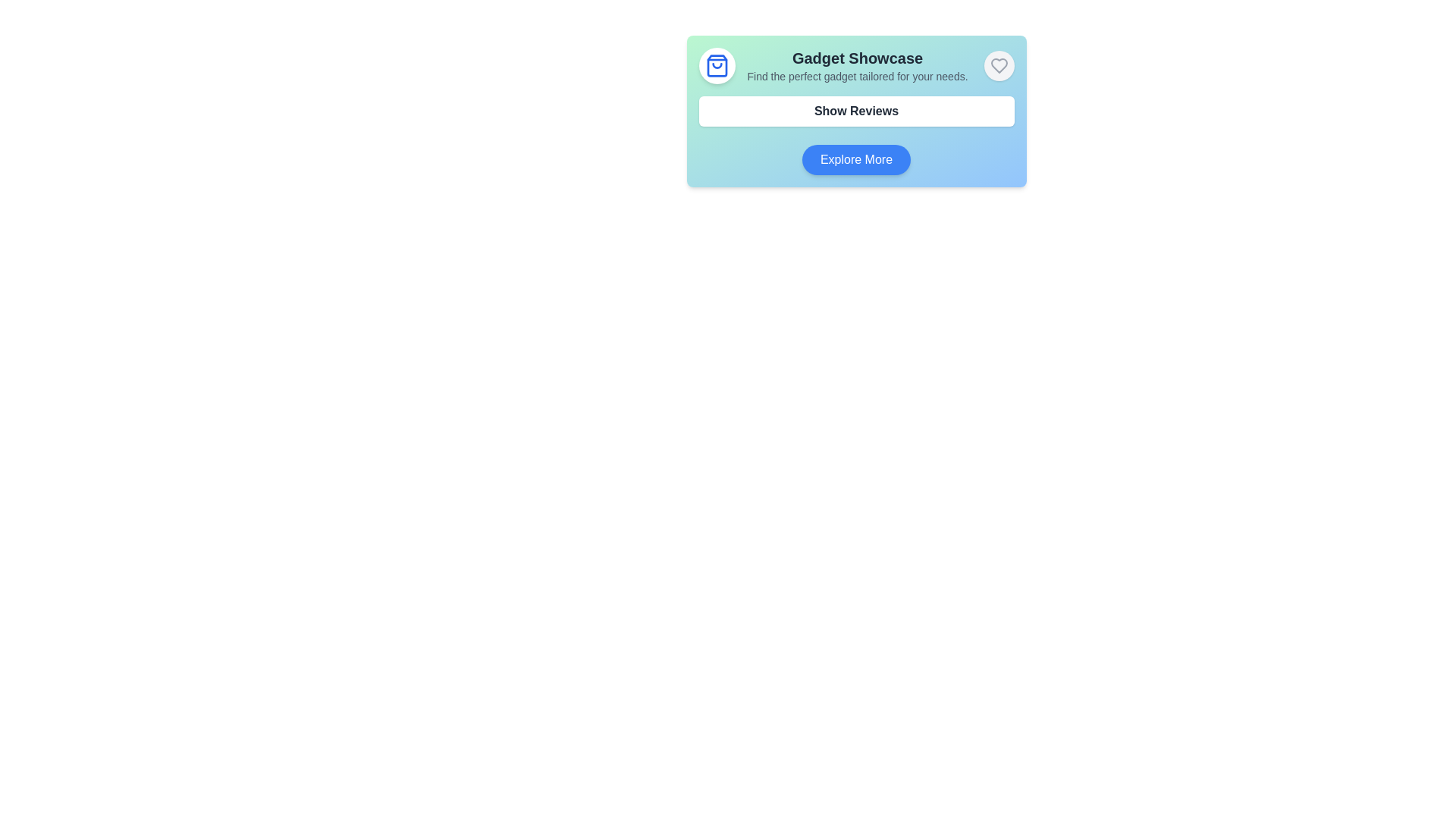 The image size is (1456, 819). What do you see at coordinates (856, 65) in the screenshot?
I see `the Header block that displays the section title and subtitle, located at the top center of the interface above the 'Show Reviews' button` at bounding box center [856, 65].